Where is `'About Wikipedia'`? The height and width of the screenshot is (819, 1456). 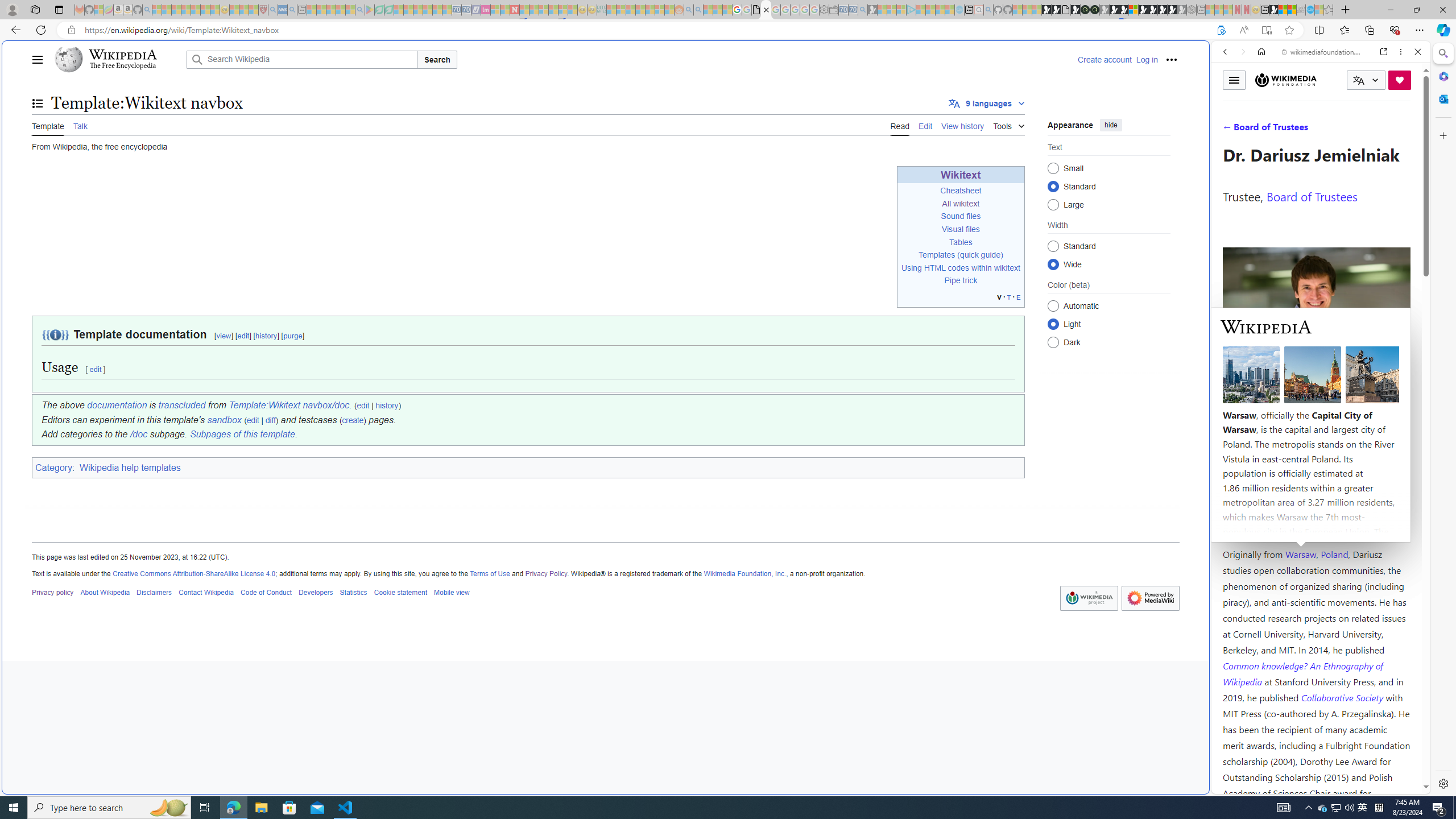 'About Wikipedia' is located at coordinates (104, 592).